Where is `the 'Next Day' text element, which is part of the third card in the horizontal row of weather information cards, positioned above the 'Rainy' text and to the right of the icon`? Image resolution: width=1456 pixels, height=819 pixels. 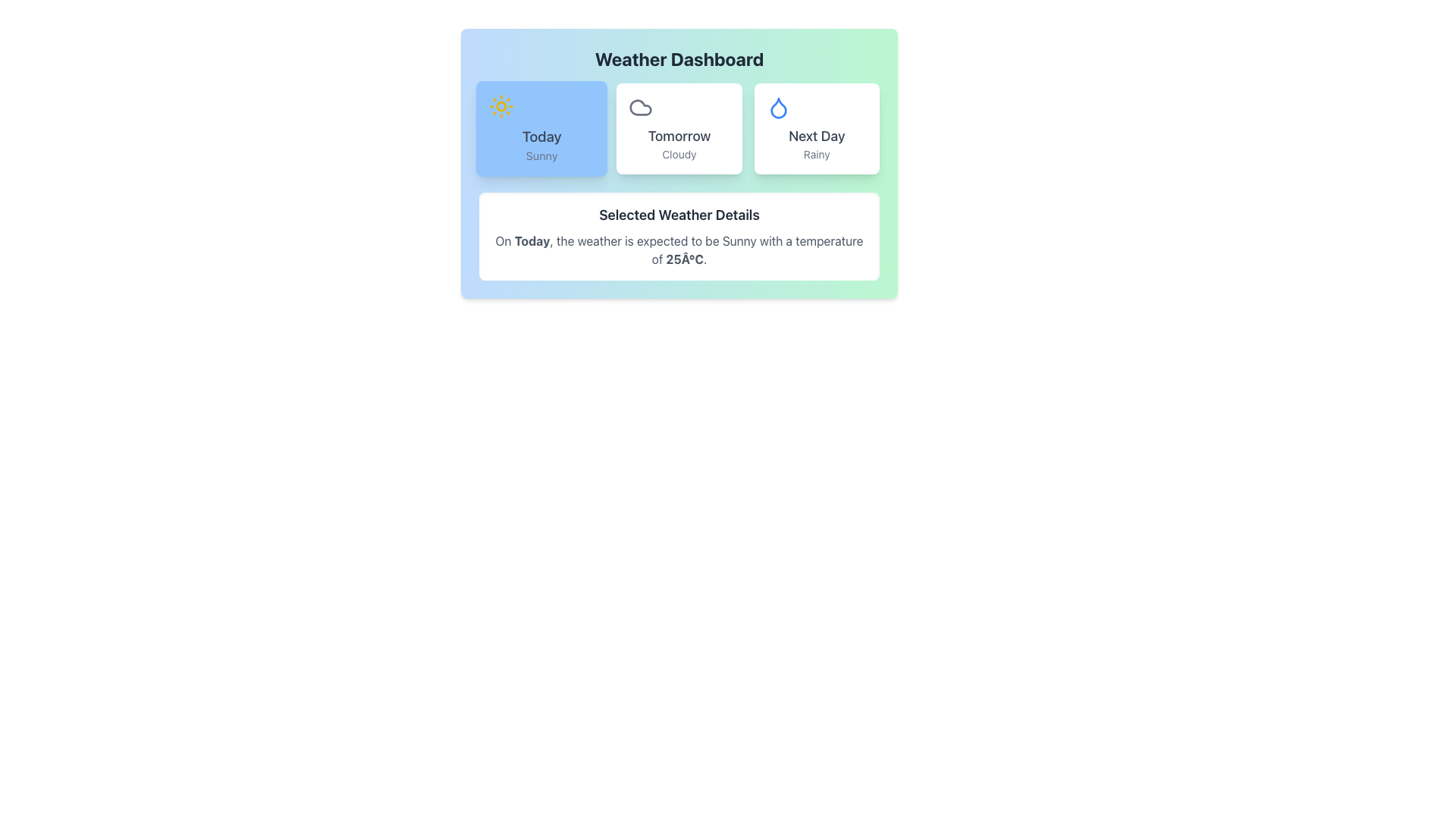 the 'Next Day' text element, which is part of the third card in the horizontal row of weather information cards, positioned above the 'Rainy' text and to the right of the icon is located at coordinates (816, 136).